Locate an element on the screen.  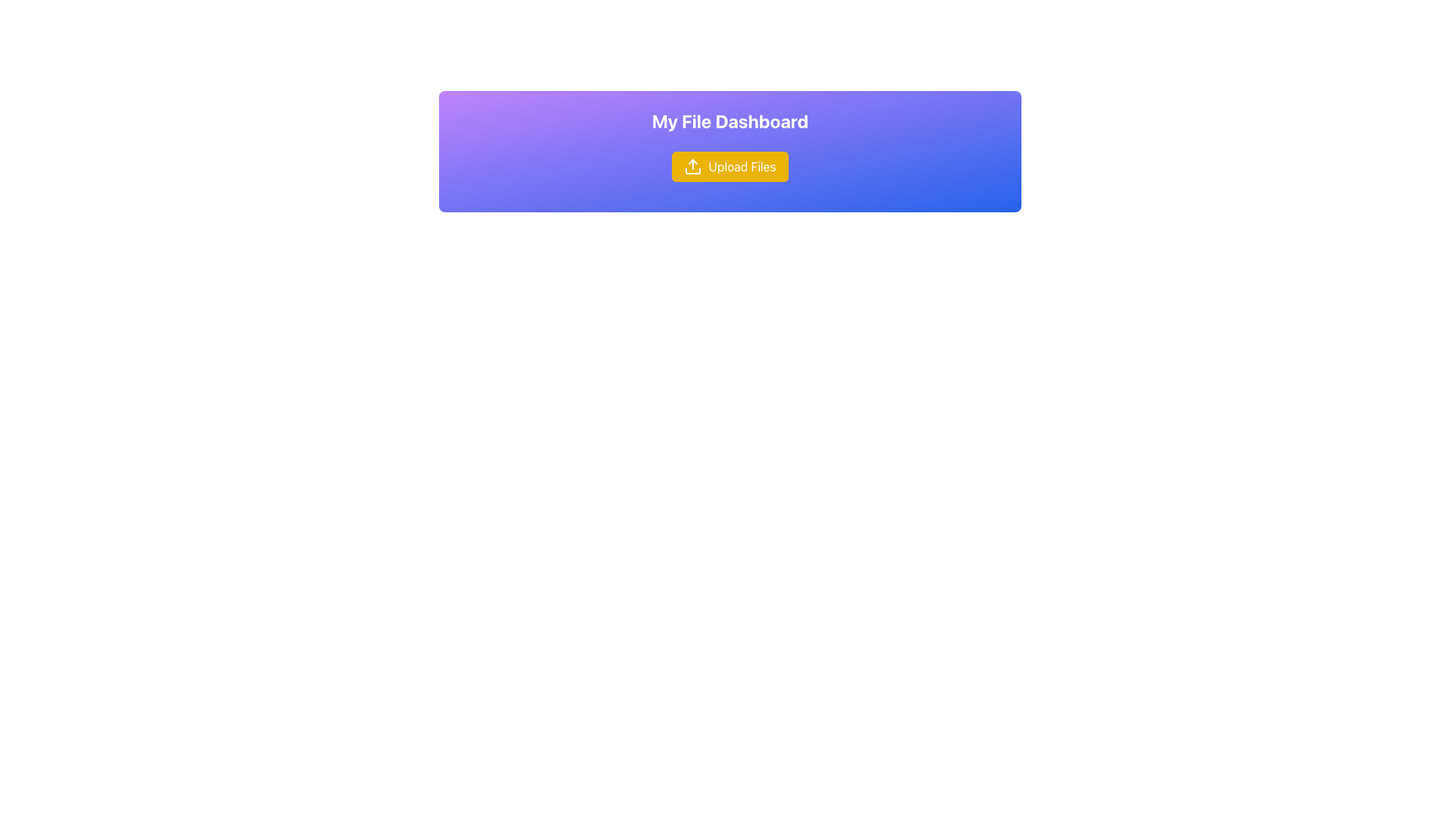
the 'Upload Files' button, which is a bright yellow rectangular button with rounded corners, centrally located in the 'My File Dashboard' section is located at coordinates (729, 166).